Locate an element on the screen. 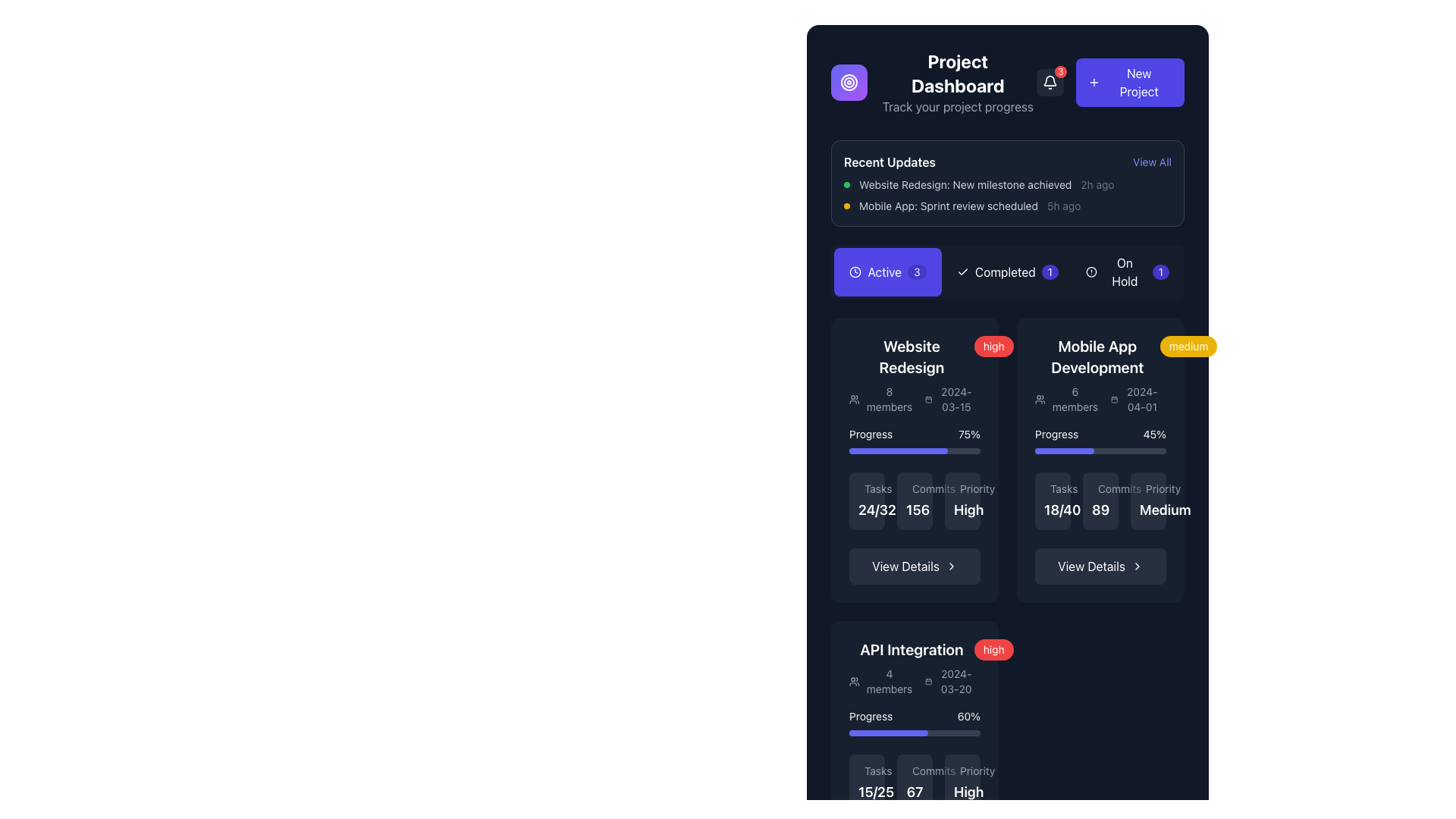 This screenshot has width=1456, height=819. the 'Priority' label which displays the text in gray font, located in the 'API Integration' card, towards the bottom next to 'Tasks' and 'Commits' is located at coordinates (962, 771).